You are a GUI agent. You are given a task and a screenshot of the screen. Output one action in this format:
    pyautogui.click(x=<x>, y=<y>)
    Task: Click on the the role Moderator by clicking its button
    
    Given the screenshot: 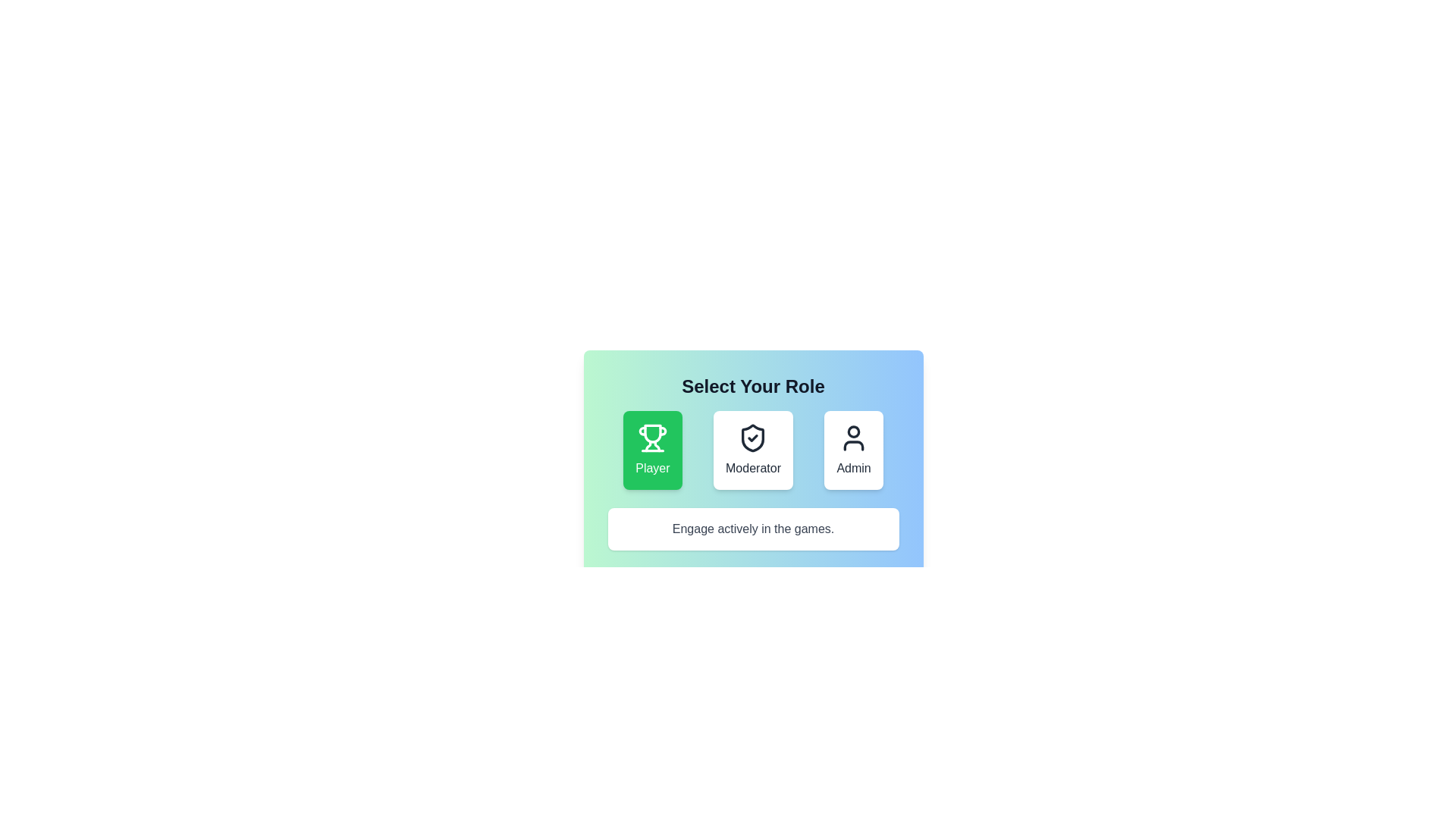 What is the action you would take?
    pyautogui.click(x=753, y=450)
    